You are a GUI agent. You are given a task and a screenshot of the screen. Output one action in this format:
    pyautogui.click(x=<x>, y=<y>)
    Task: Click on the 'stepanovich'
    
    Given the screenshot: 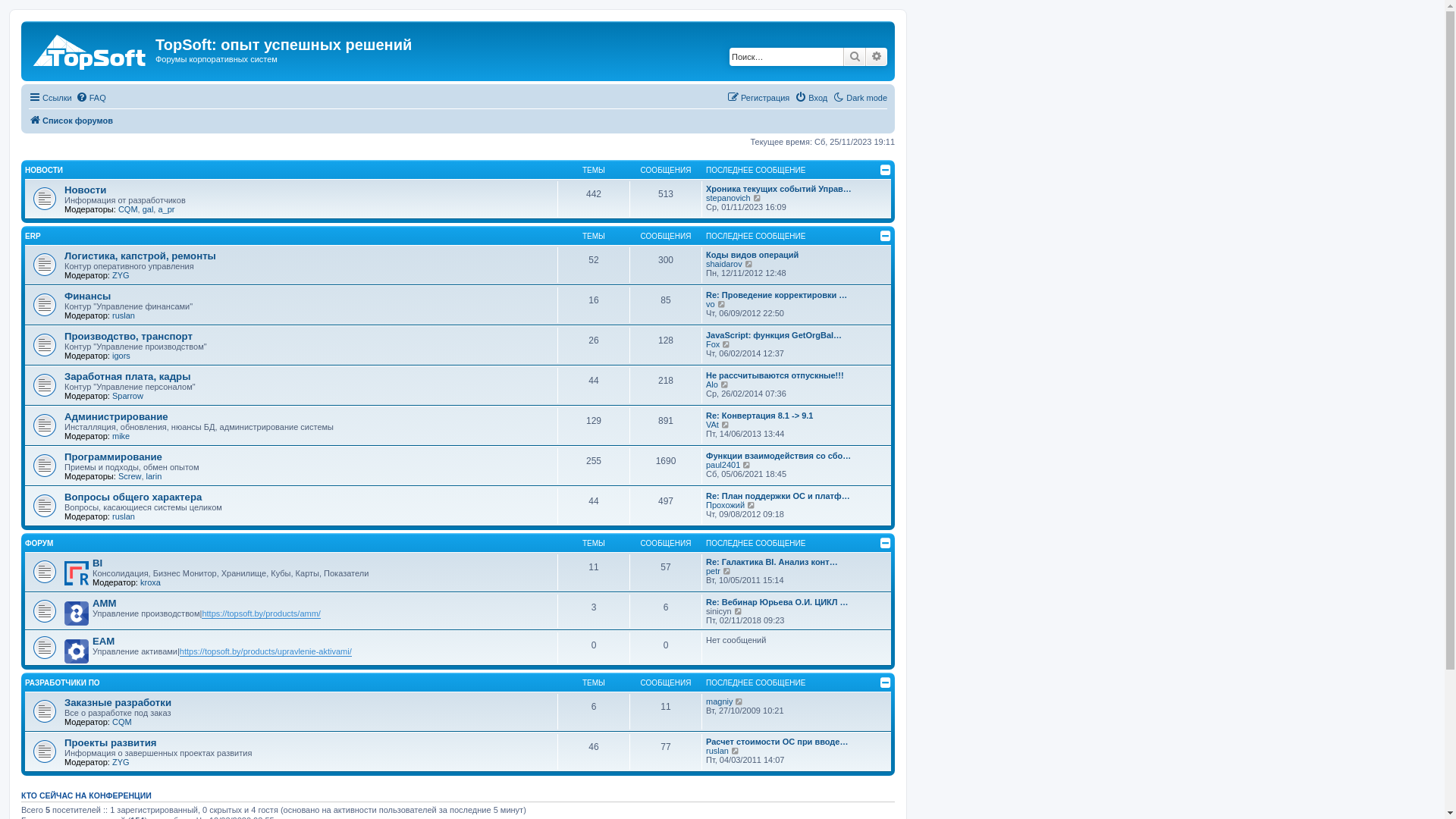 What is the action you would take?
    pyautogui.click(x=705, y=197)
    